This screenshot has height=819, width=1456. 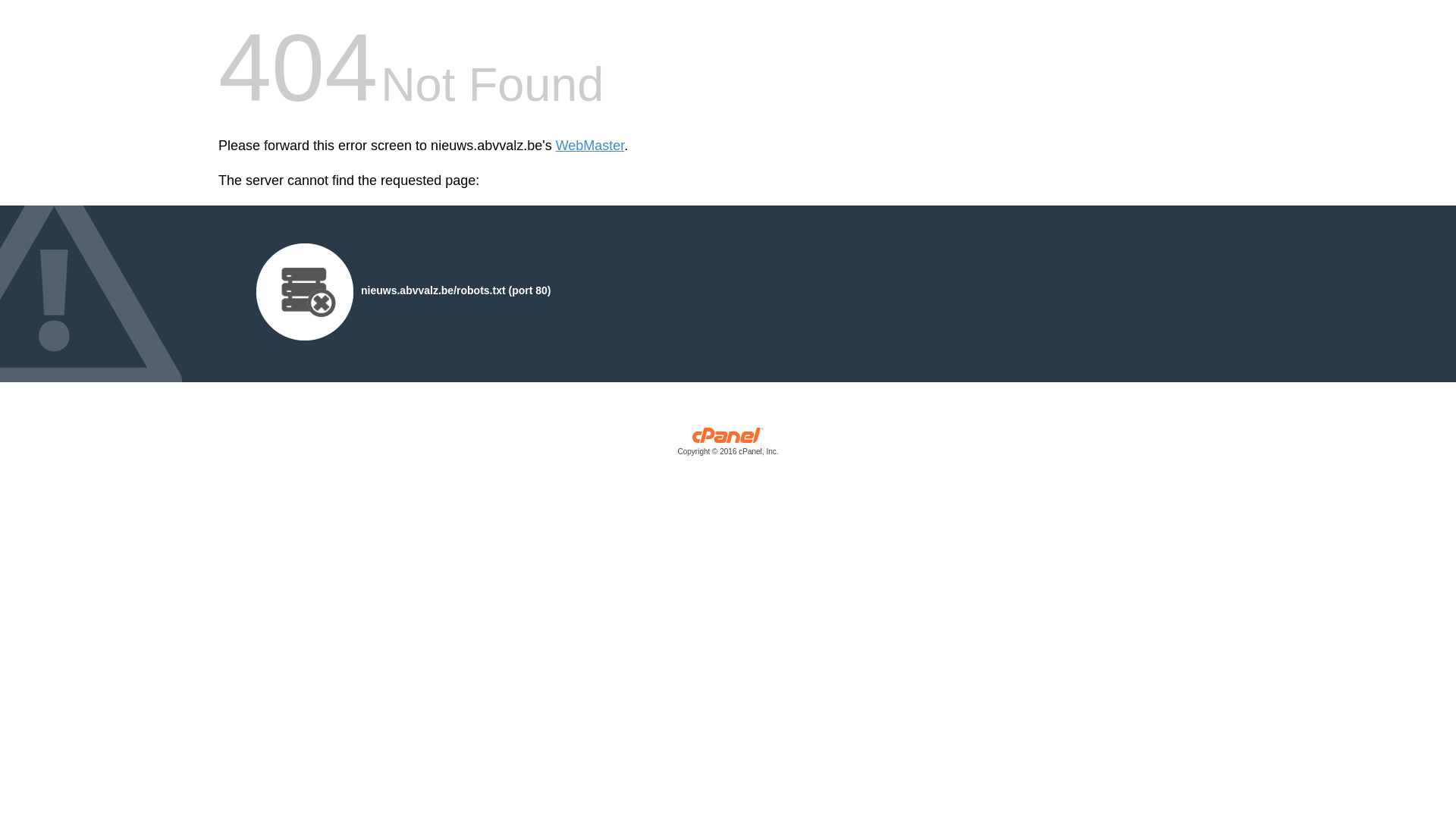 I want to click on 'WebMaster', so click(x=589, y=146).